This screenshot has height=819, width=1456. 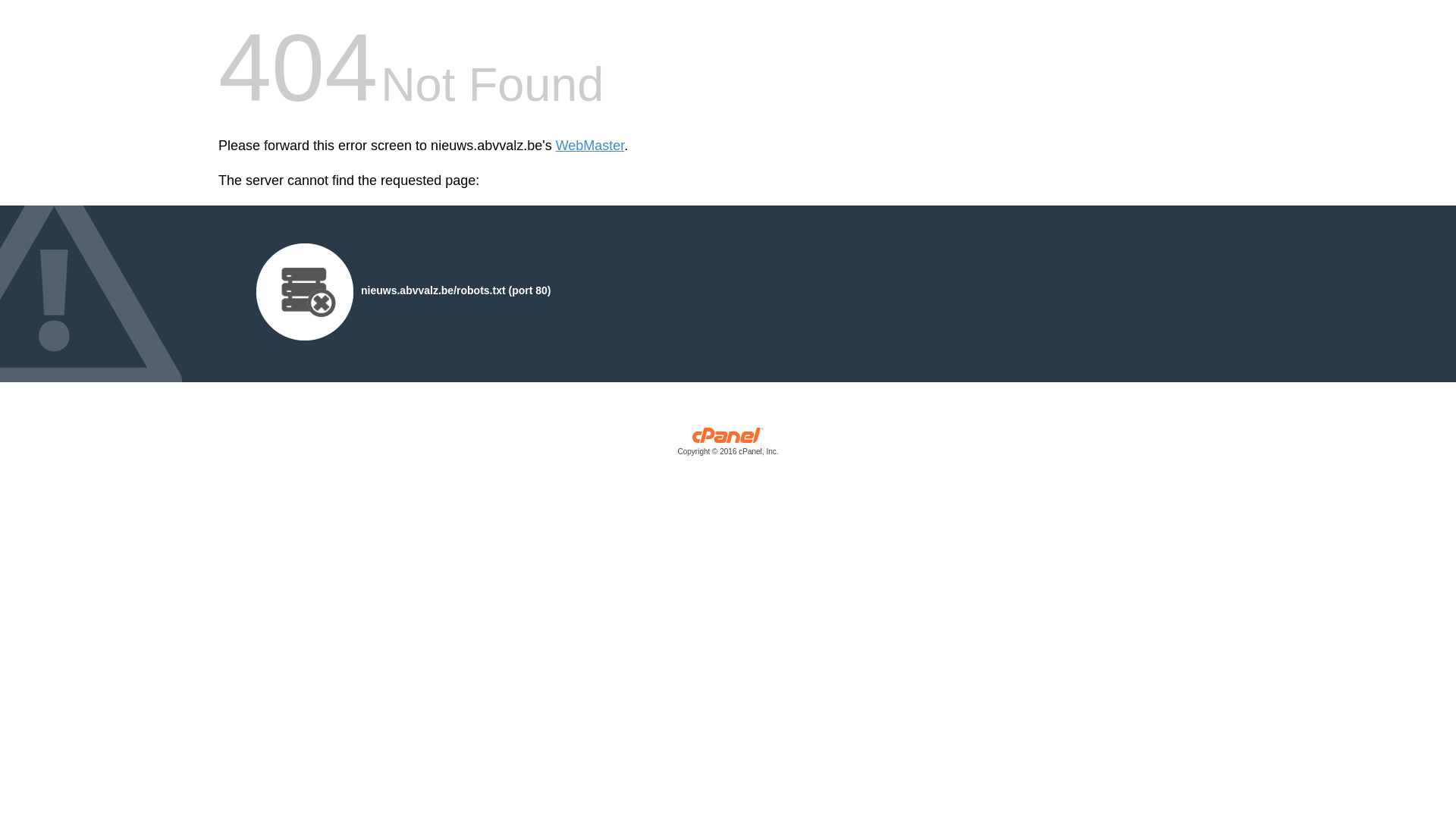 I want to click on 'WebMaster', so click(x=589, y=146).